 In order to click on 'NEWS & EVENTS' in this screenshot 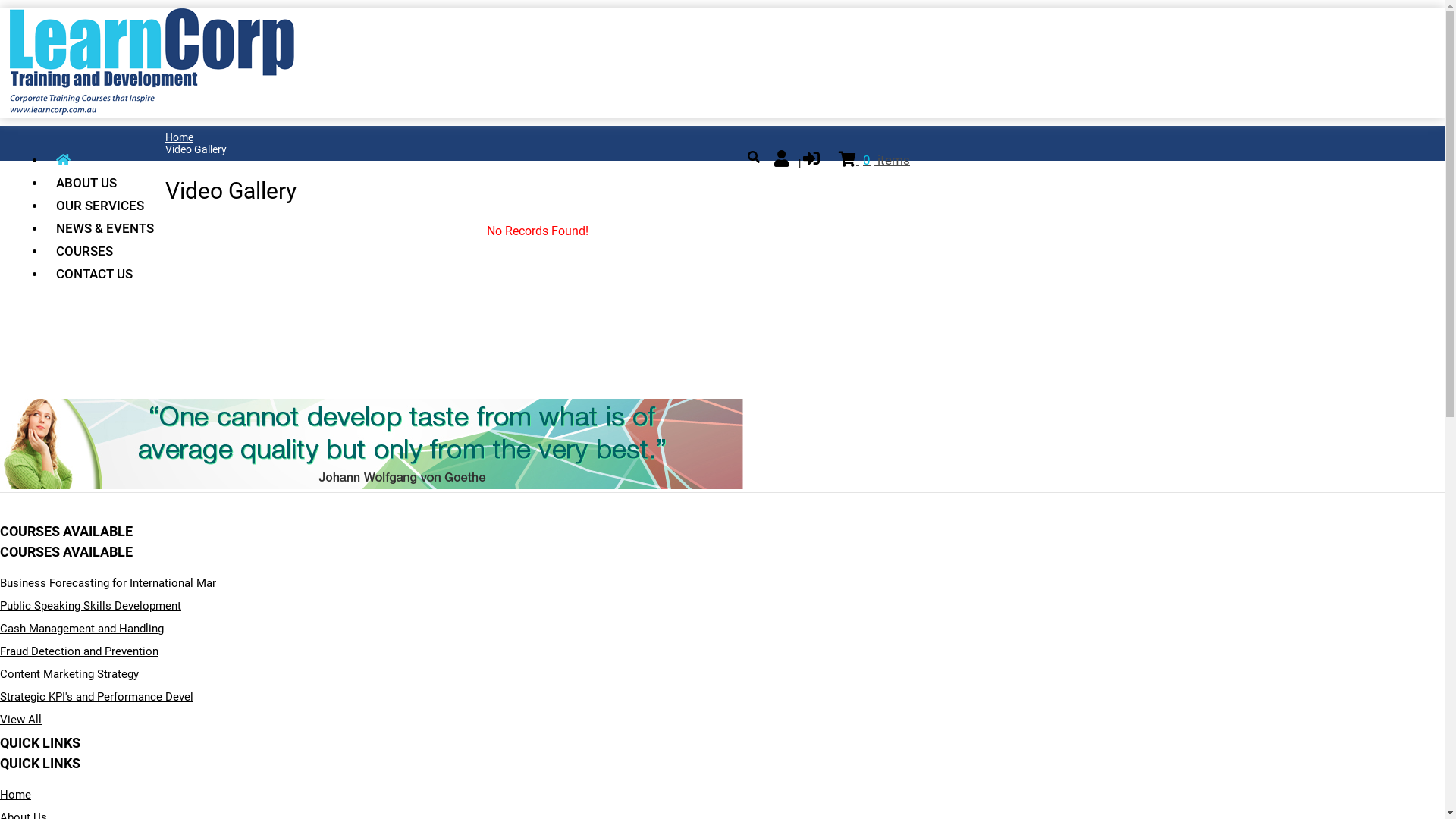, I will do `click(105, 227)`.